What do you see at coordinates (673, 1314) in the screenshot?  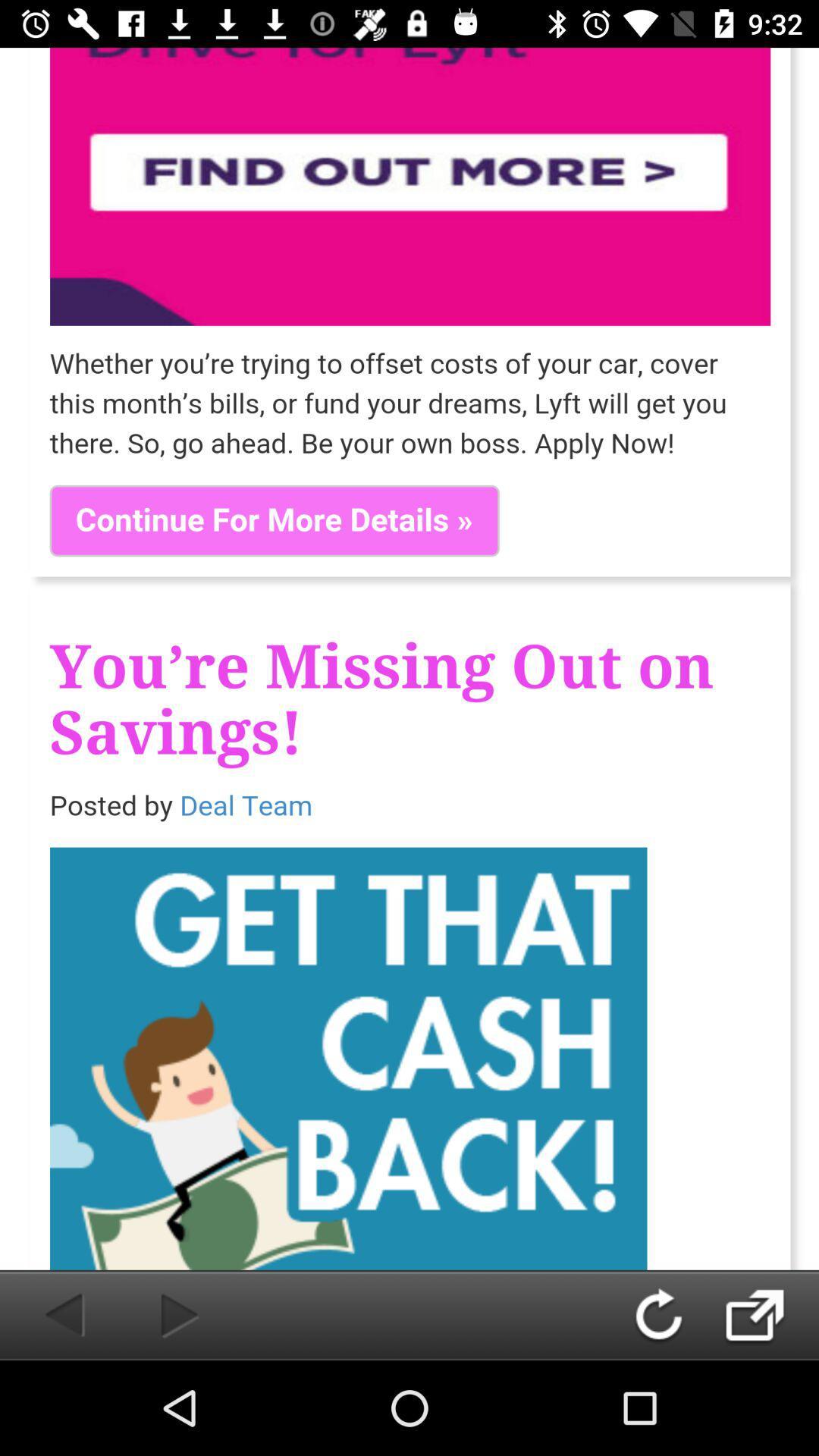 I see `reload page` at bounding box center [673, 1314].